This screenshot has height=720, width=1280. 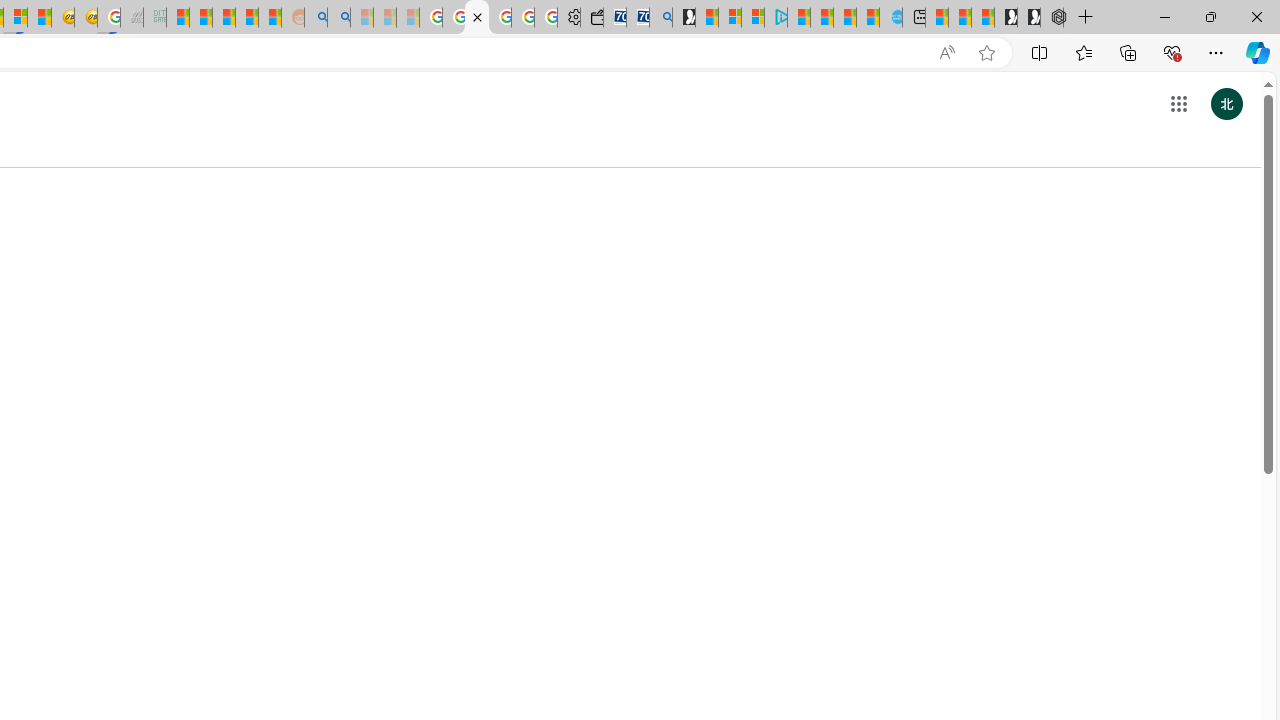 I want to click on 'Class: gb_E', so click(x=1178, y=104).